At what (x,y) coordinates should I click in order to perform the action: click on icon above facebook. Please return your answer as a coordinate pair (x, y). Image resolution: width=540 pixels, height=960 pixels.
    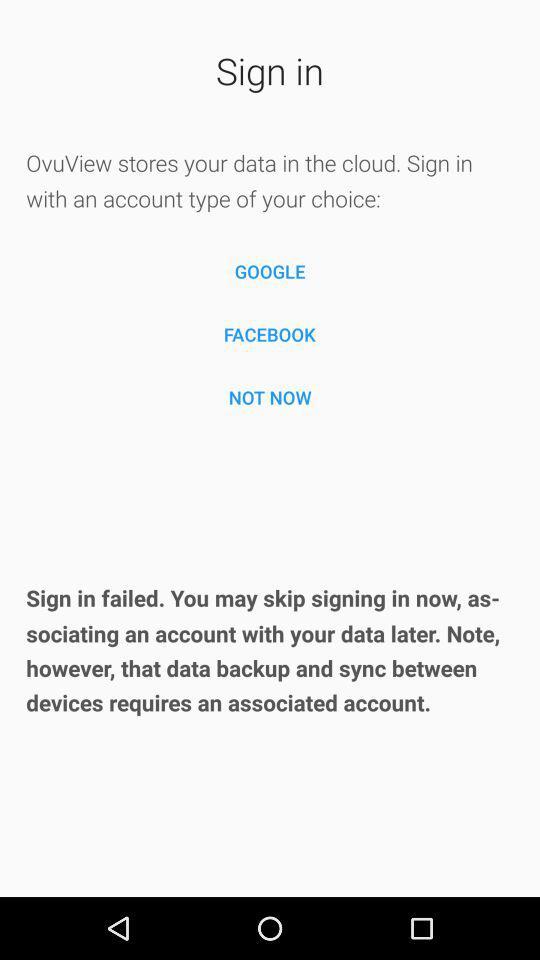
    Looking at the image, I should click on (270, 270).